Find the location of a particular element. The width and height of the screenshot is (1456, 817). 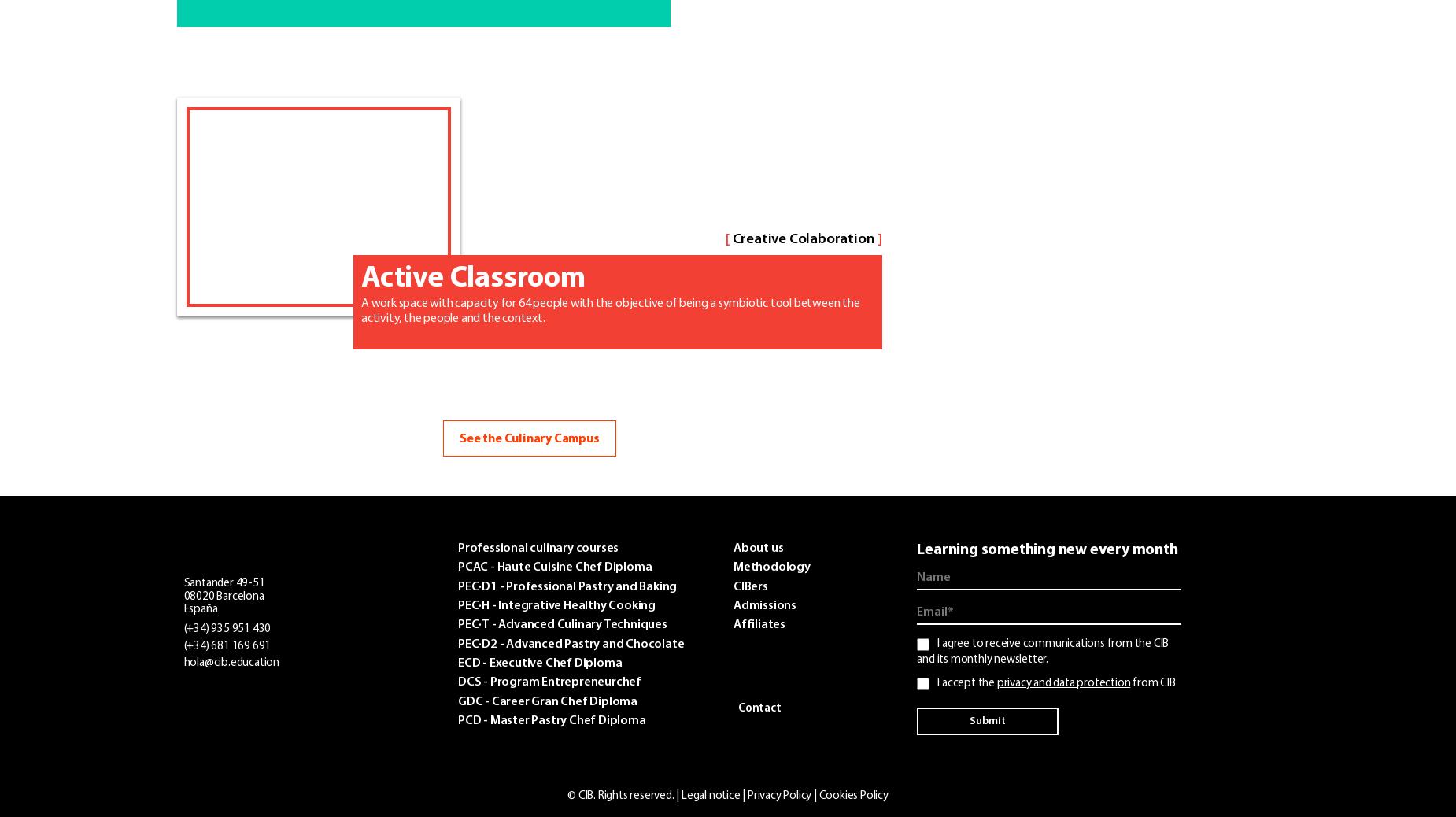

'Active Classroom' is located at coordinates (473, 278).